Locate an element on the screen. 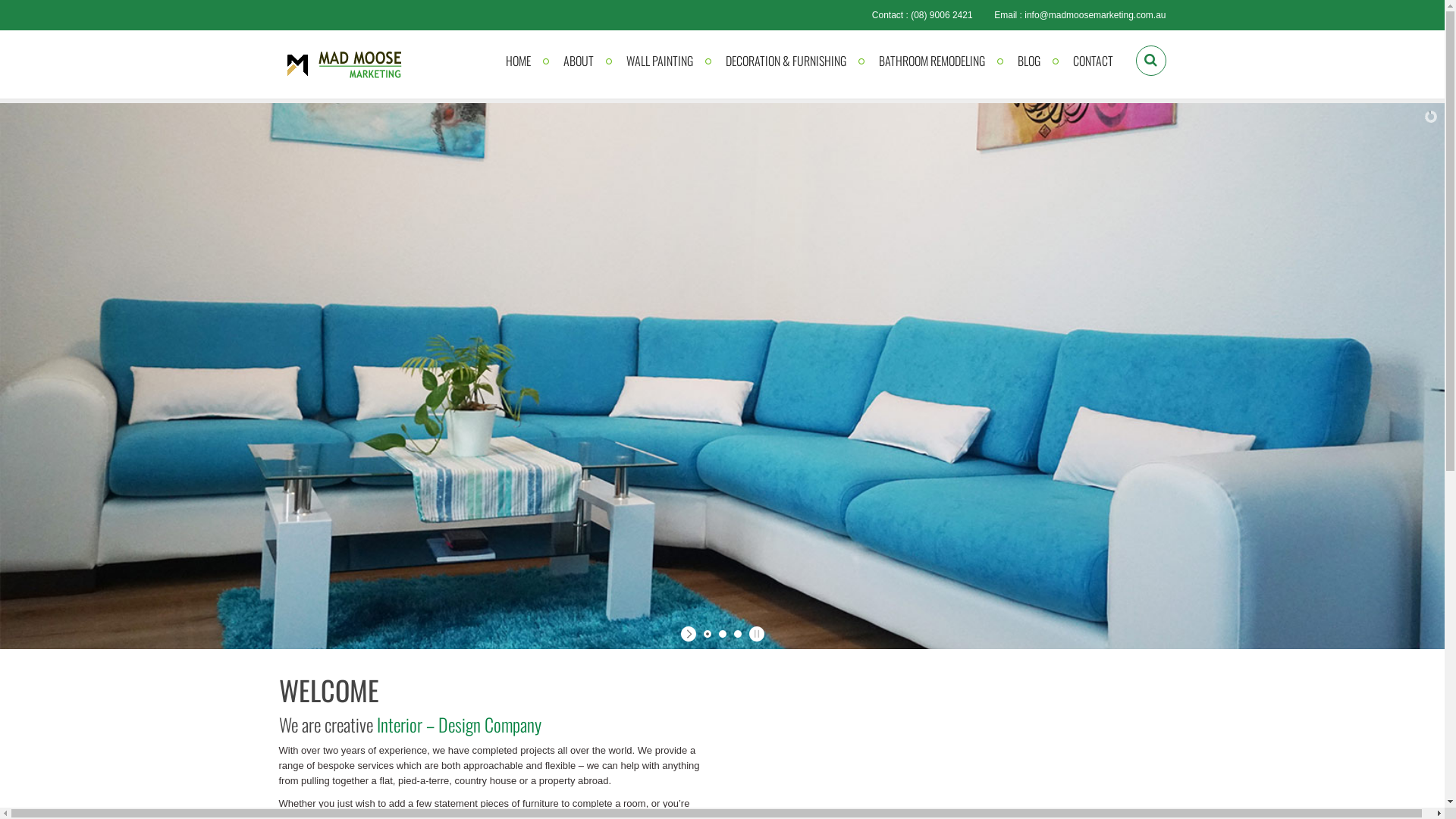  'HOME' is located at coordinates (490, 60).